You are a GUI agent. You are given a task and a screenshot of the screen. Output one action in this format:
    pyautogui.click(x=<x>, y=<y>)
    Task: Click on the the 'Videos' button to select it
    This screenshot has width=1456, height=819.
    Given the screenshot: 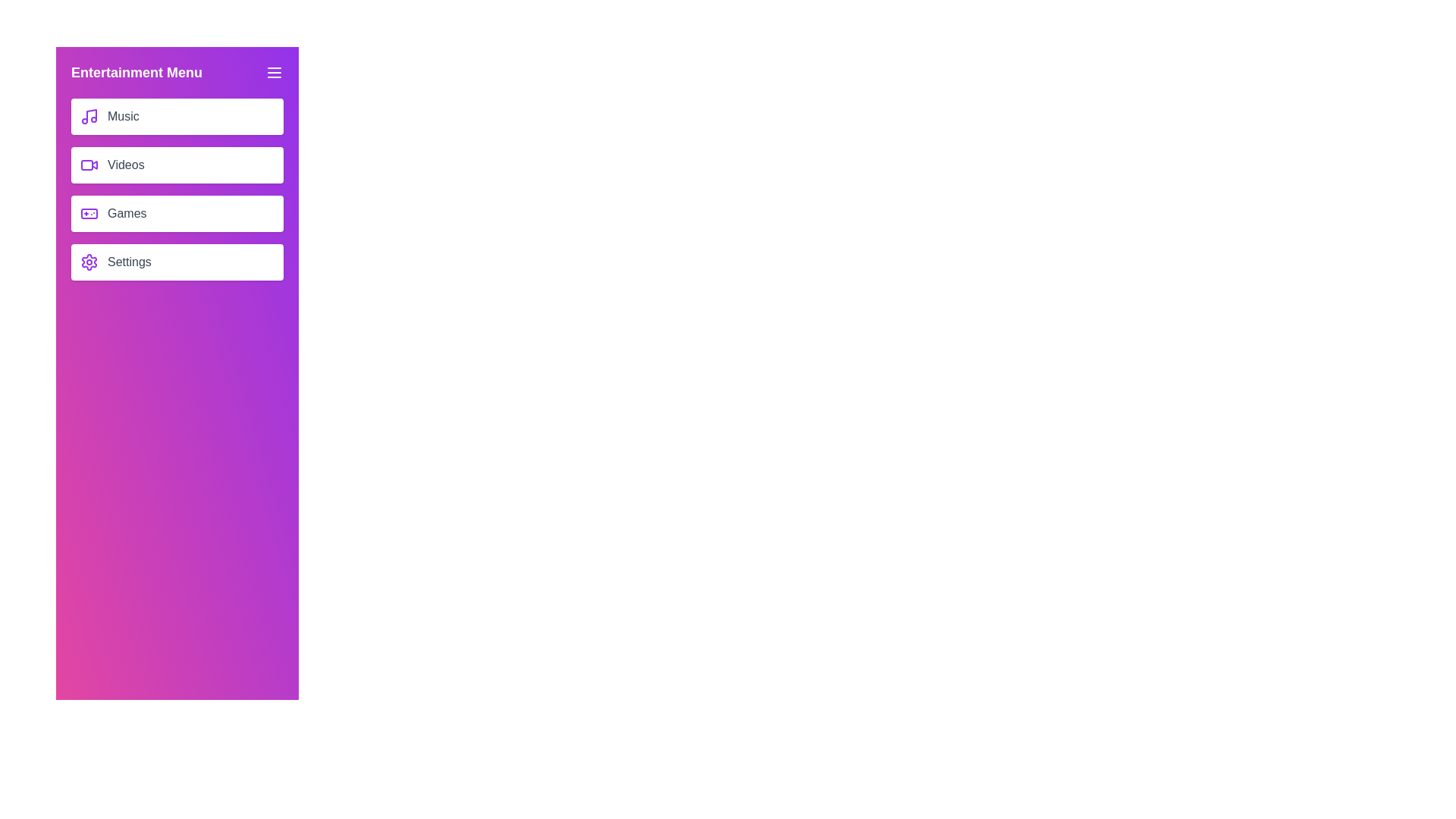 What is the action you would take?
    pyautogui.click(x=177, y=165)
    